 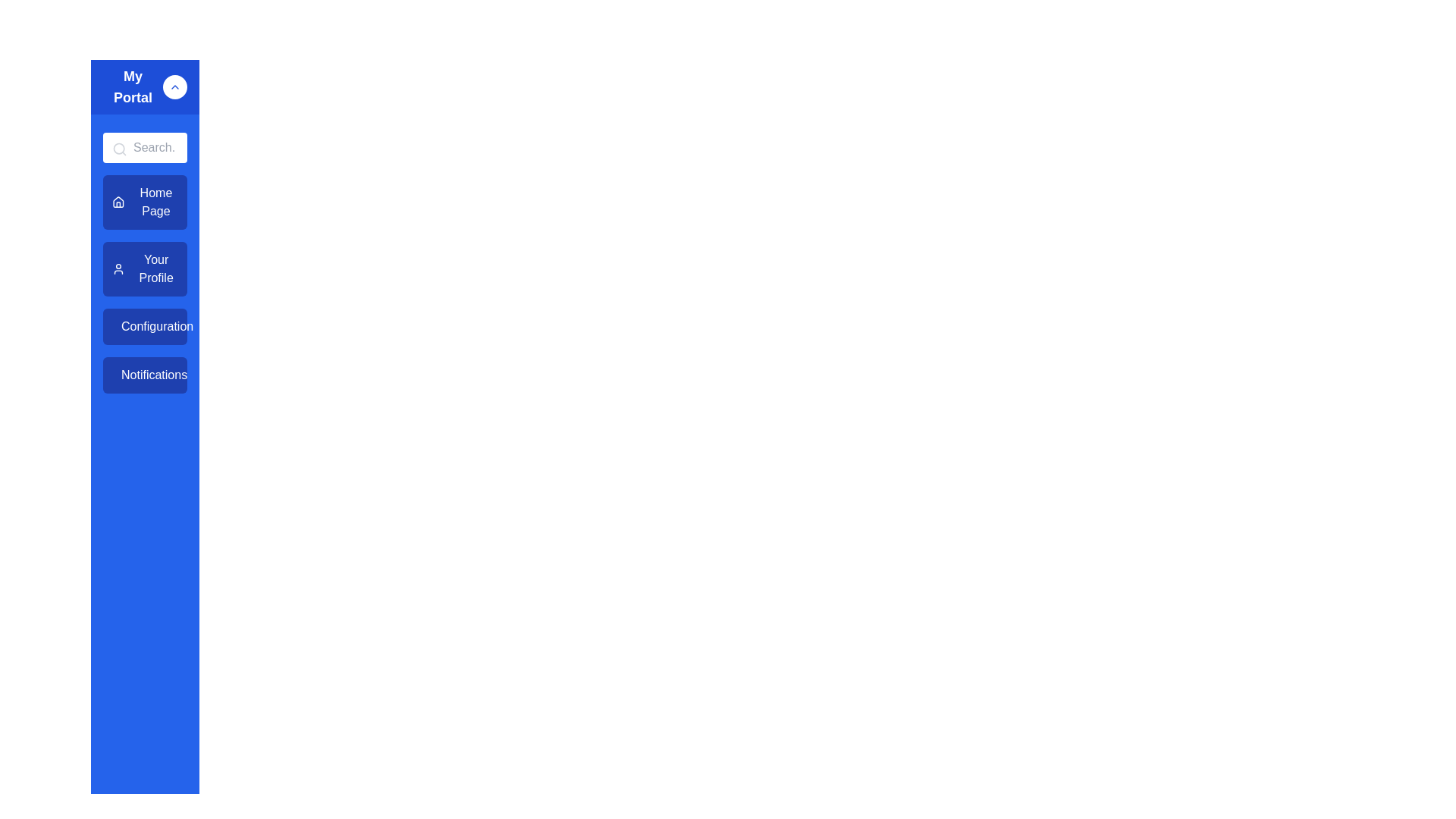 I want to click on the 'Your Profile' sidebar navigation menu item, so click(x=145, y=284).